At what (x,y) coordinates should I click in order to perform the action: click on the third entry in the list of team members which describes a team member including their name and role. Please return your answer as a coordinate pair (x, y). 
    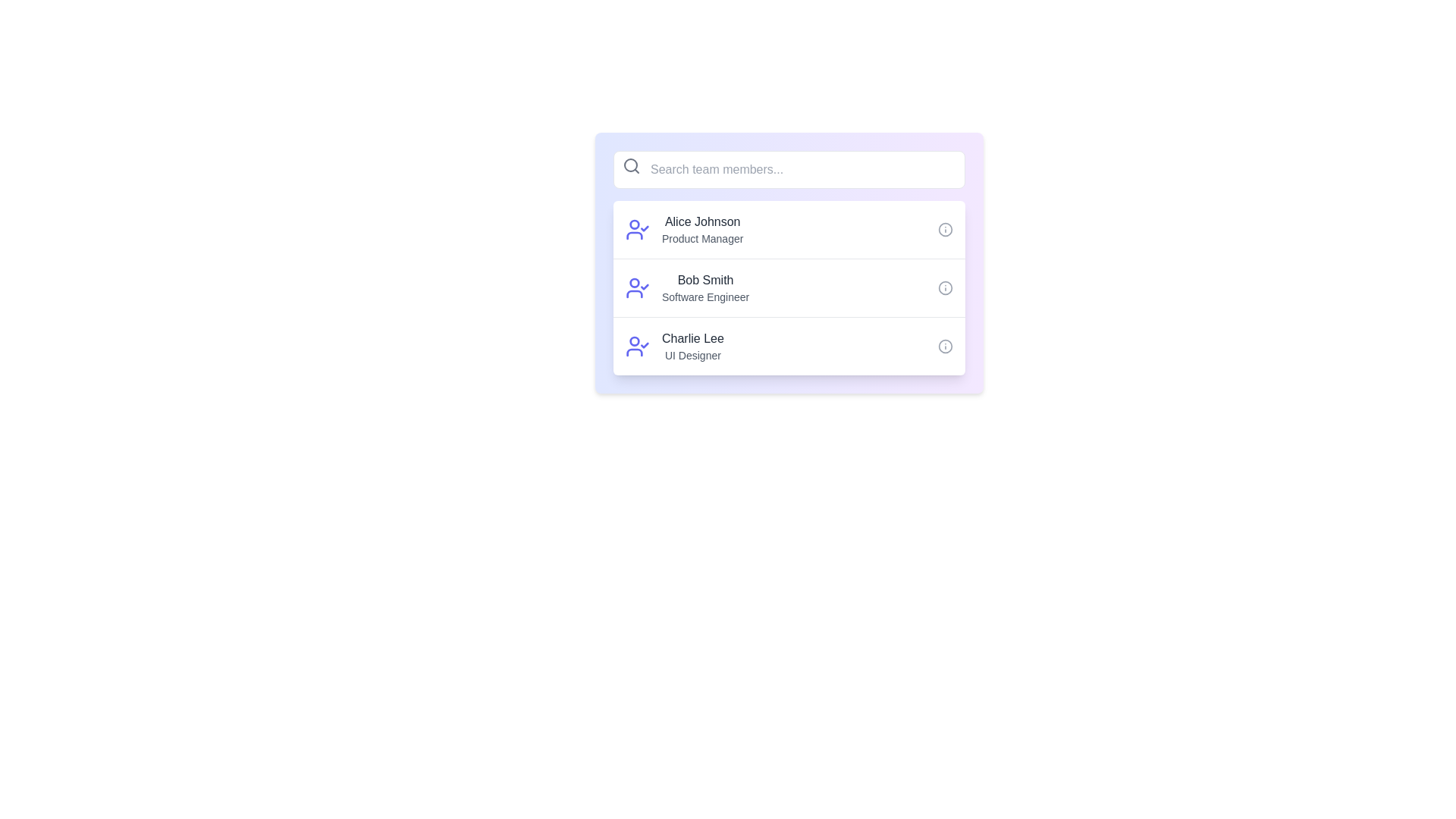
    Looking at the image, I should click on (692, 346).